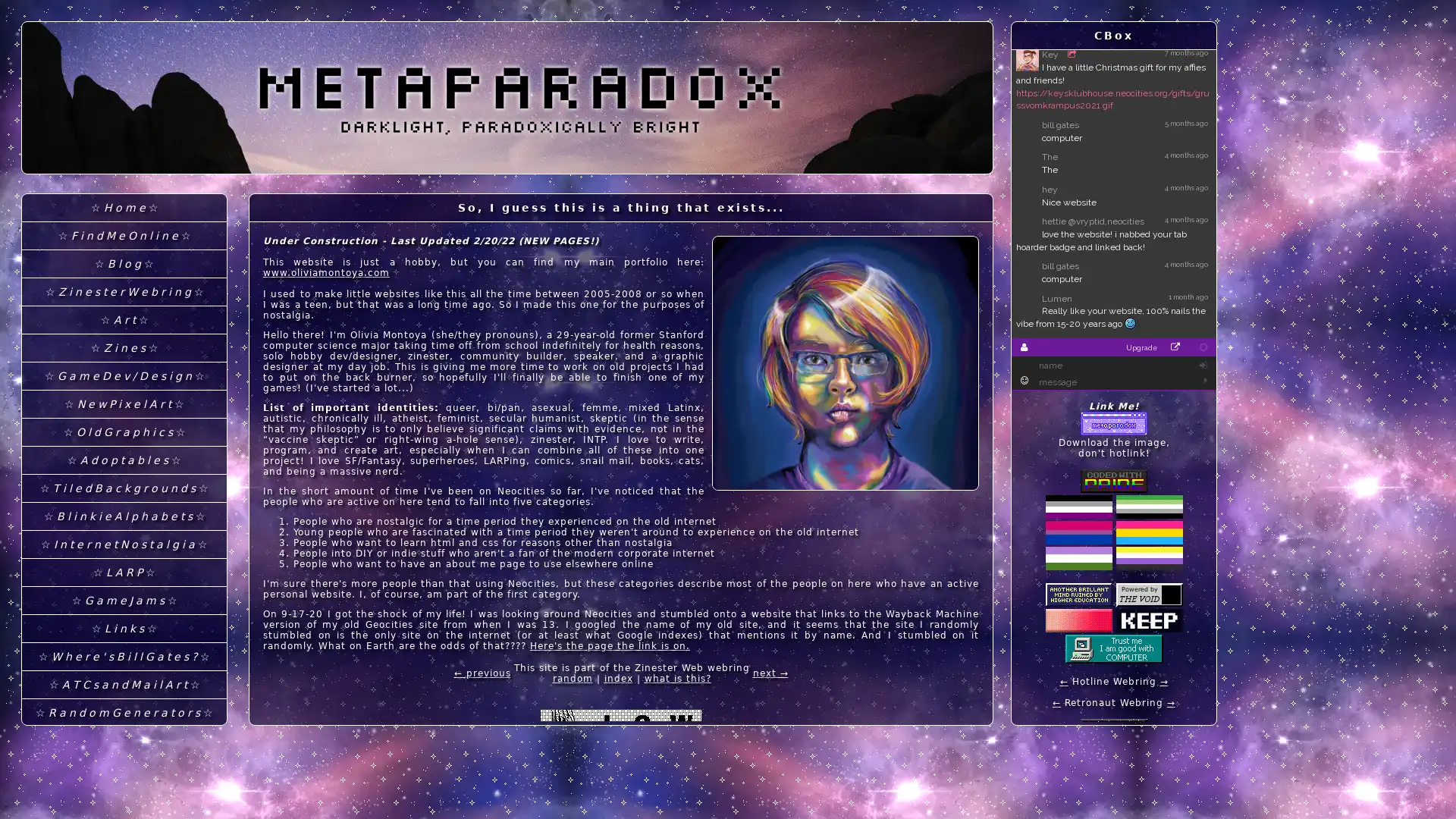 This screenshot has height=819, width=1456. I want to click on G a m e J a m s, so click(124, 600).